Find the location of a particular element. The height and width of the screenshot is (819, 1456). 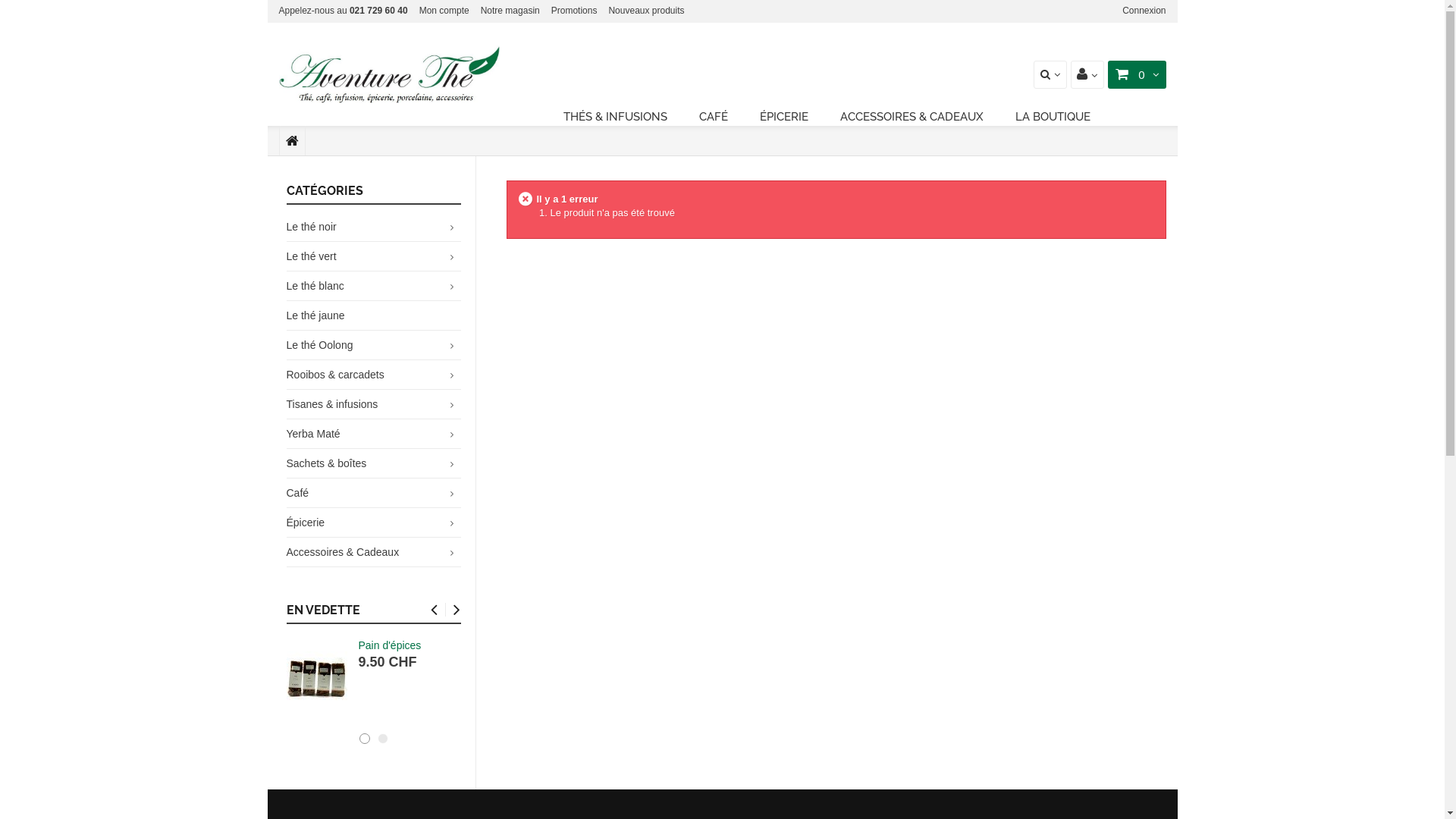

'Connexion' is located at coordinates (1144, 11).